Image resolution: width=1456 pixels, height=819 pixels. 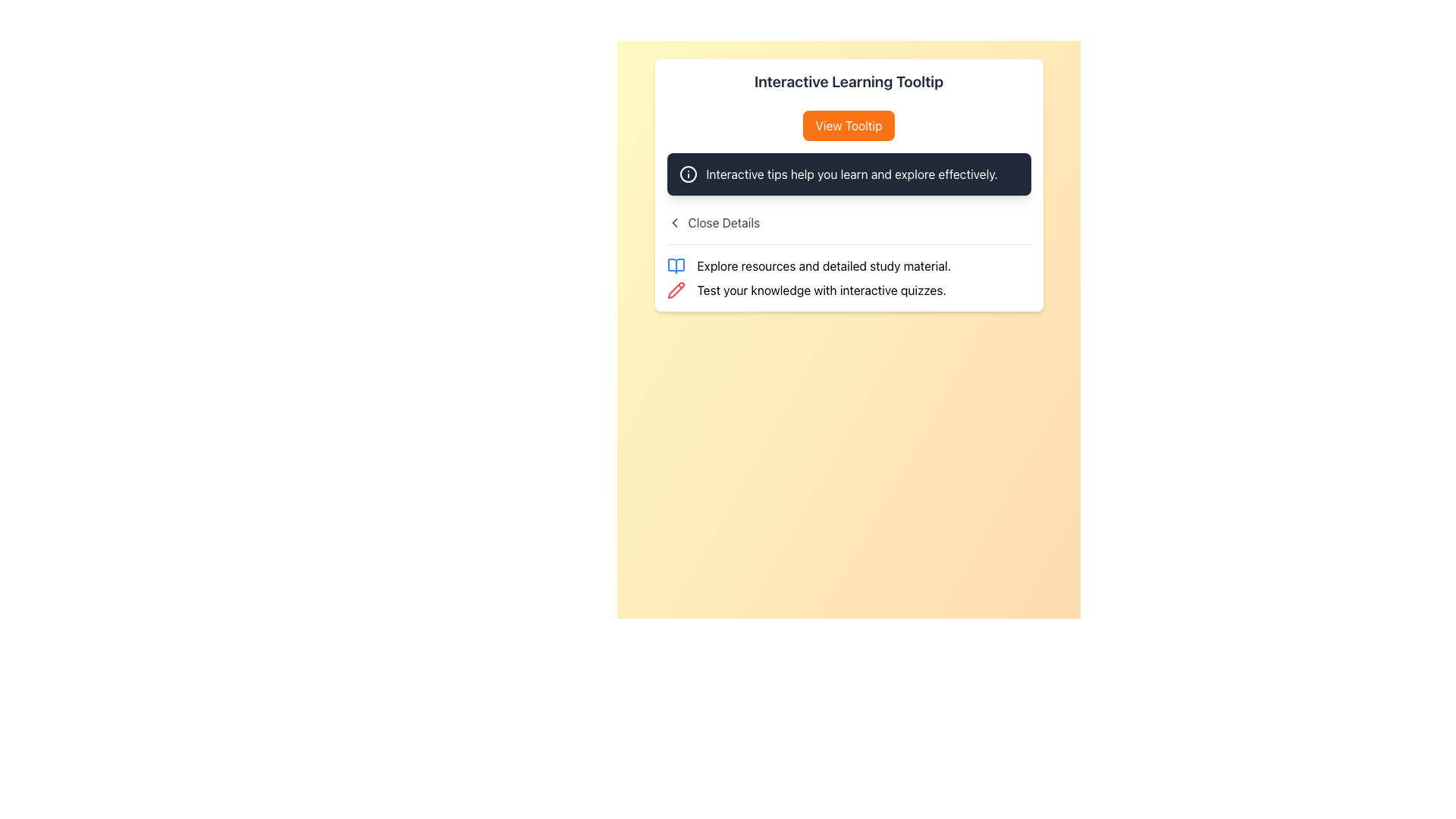 What do you see at coordinates (823, 265) in the screenshot?
I see `information presented in the Text label located to the right of the open book icon, beneath the 'Interactive Learning Tooltip' header` at bounding box center [823, 265].